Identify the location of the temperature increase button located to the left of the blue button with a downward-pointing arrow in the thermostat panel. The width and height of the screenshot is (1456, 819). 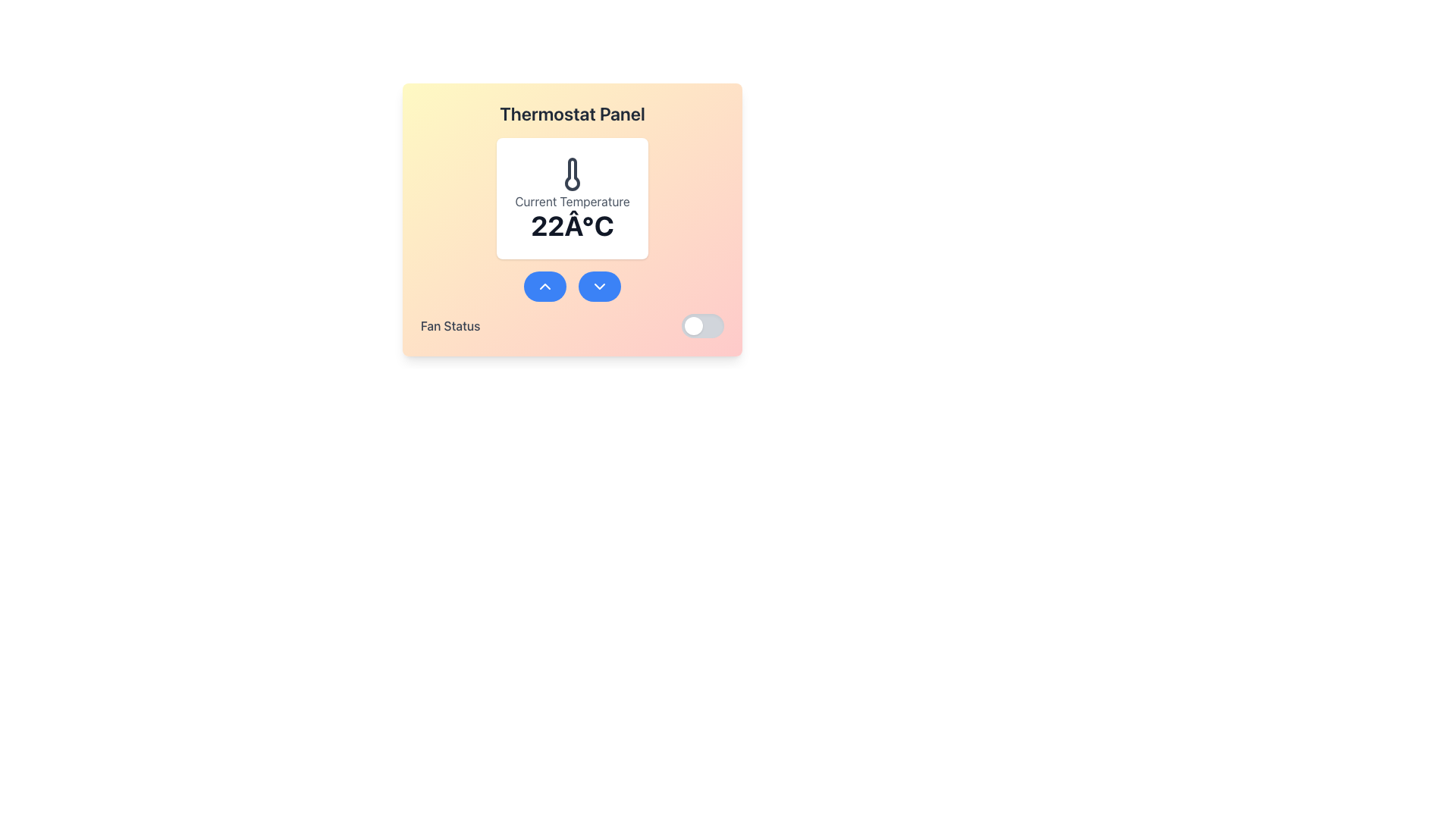
(545, 287).